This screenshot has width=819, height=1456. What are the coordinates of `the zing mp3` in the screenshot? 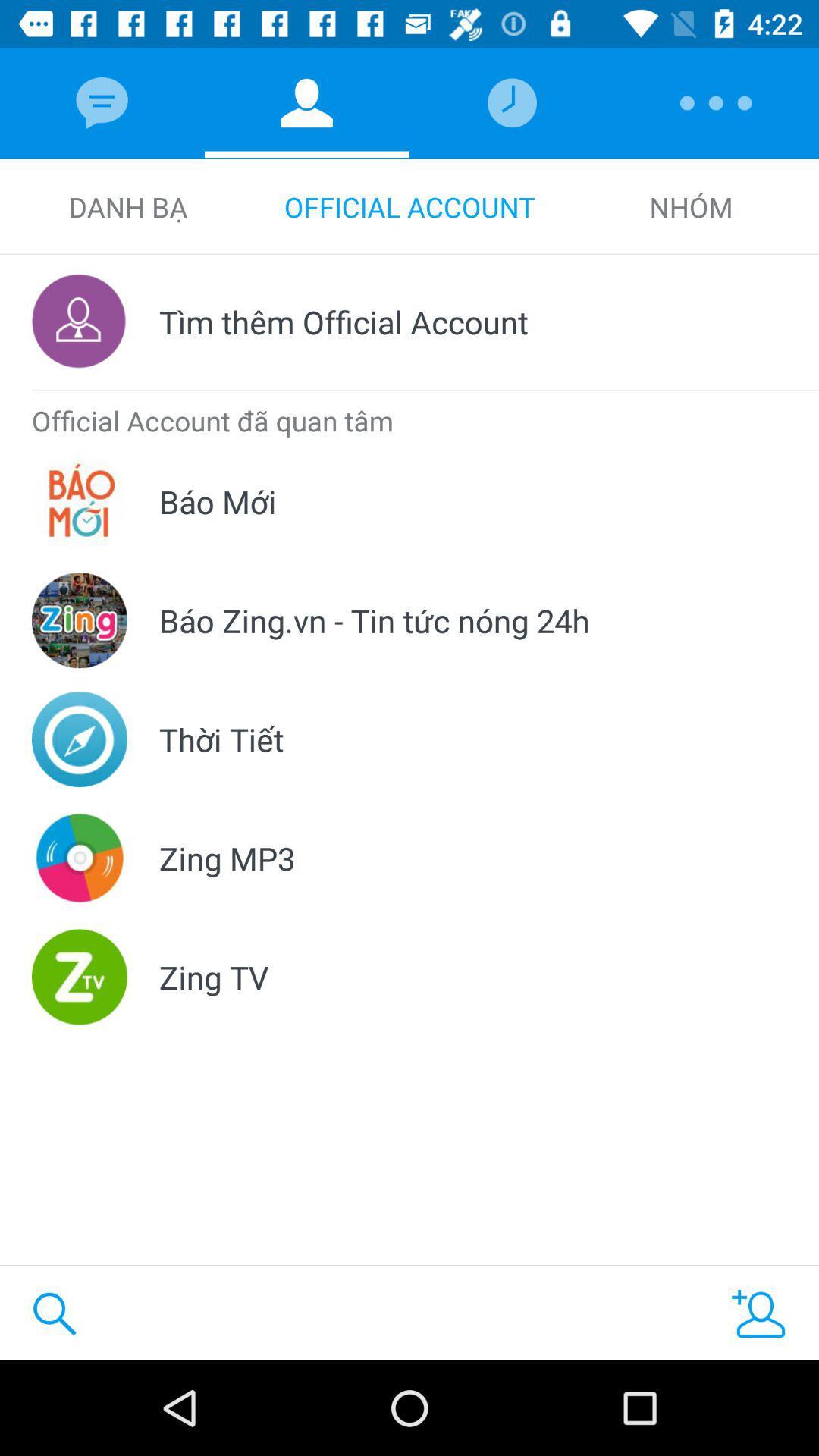 It's located at (227, 858).